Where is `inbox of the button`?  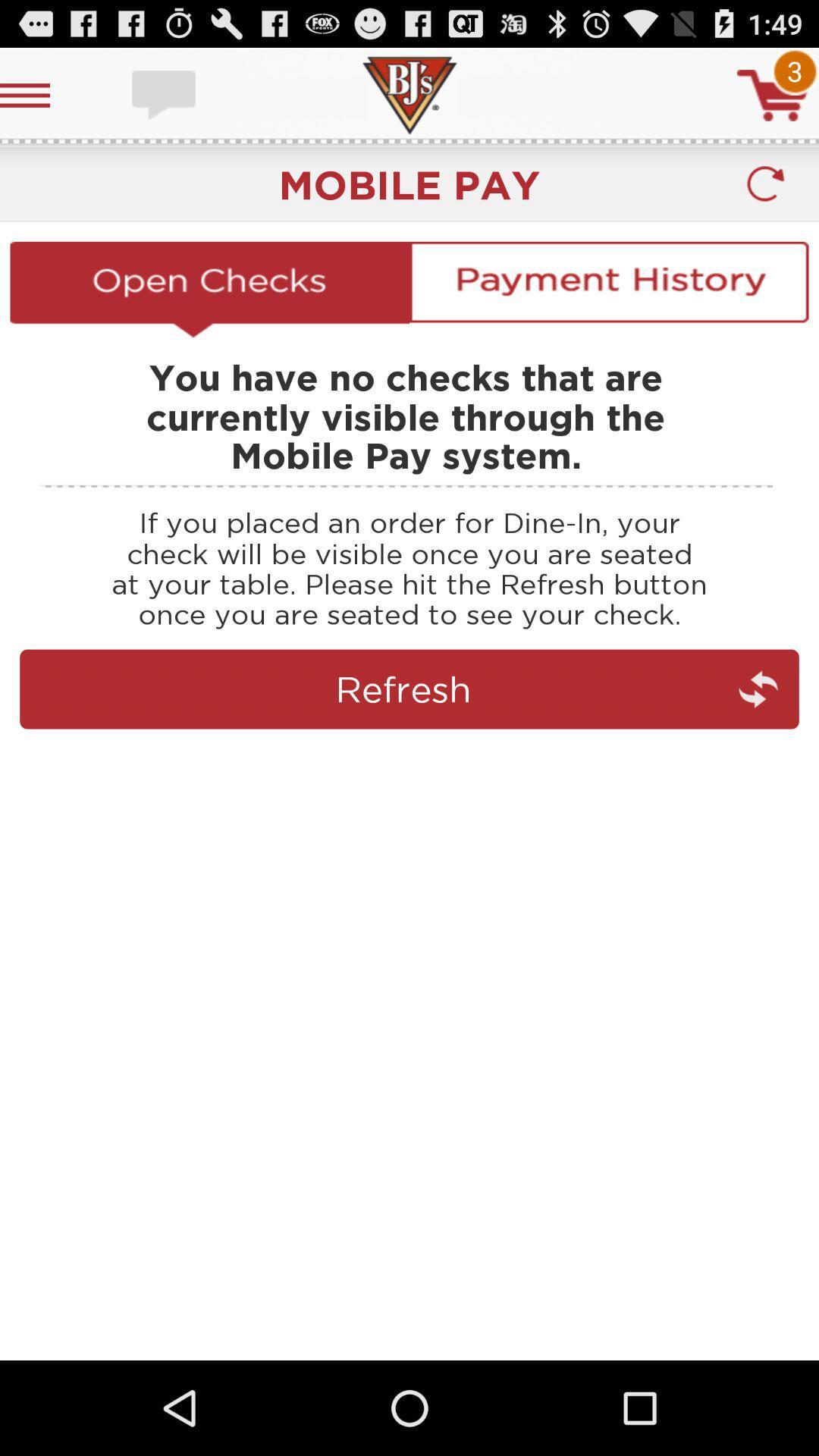
inbox of the button is located at coordinates (165, 94).